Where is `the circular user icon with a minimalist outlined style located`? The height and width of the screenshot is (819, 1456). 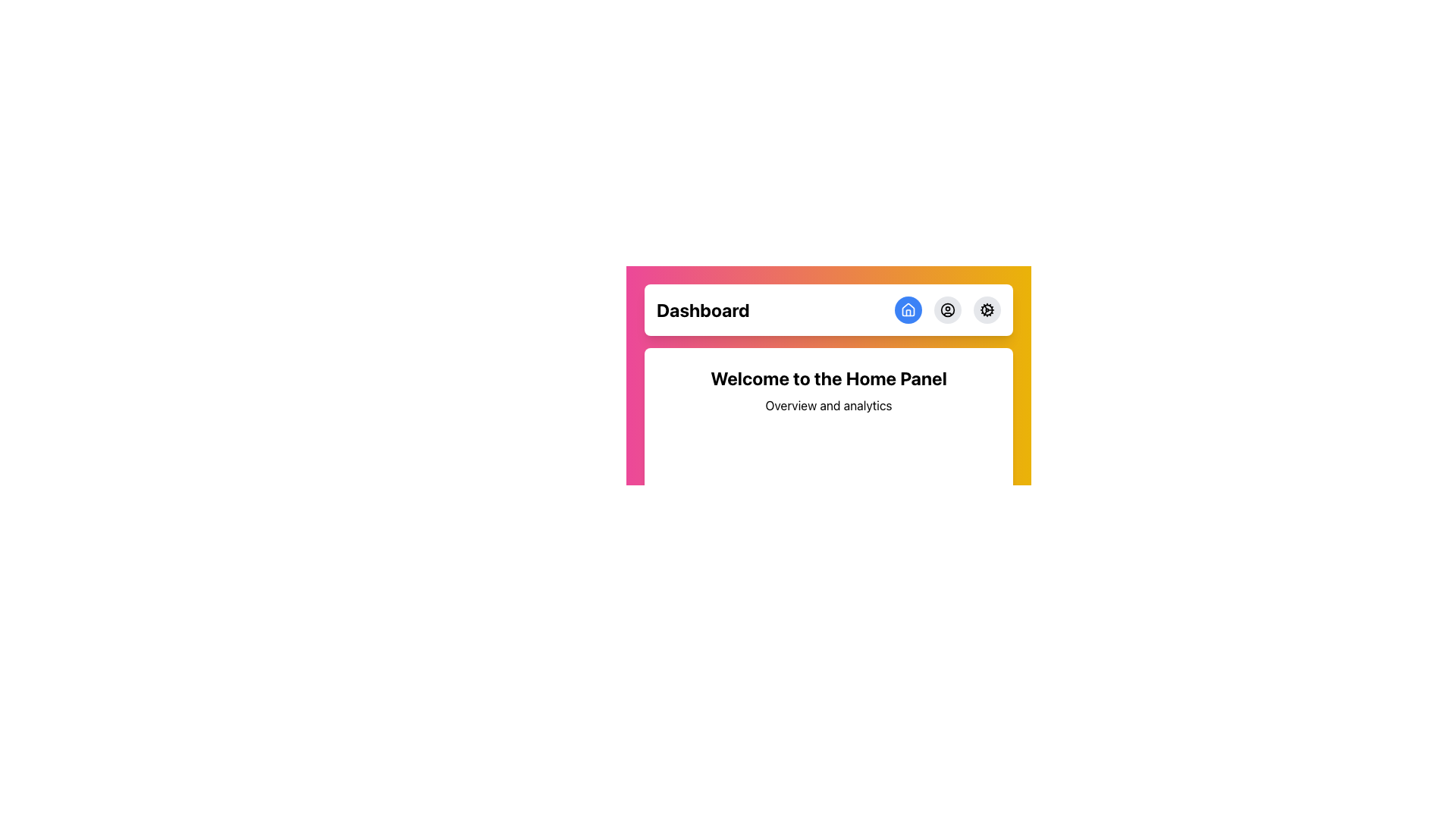 the circular user icon with a minimalist outlined style located is located at coordinates (946, 309).